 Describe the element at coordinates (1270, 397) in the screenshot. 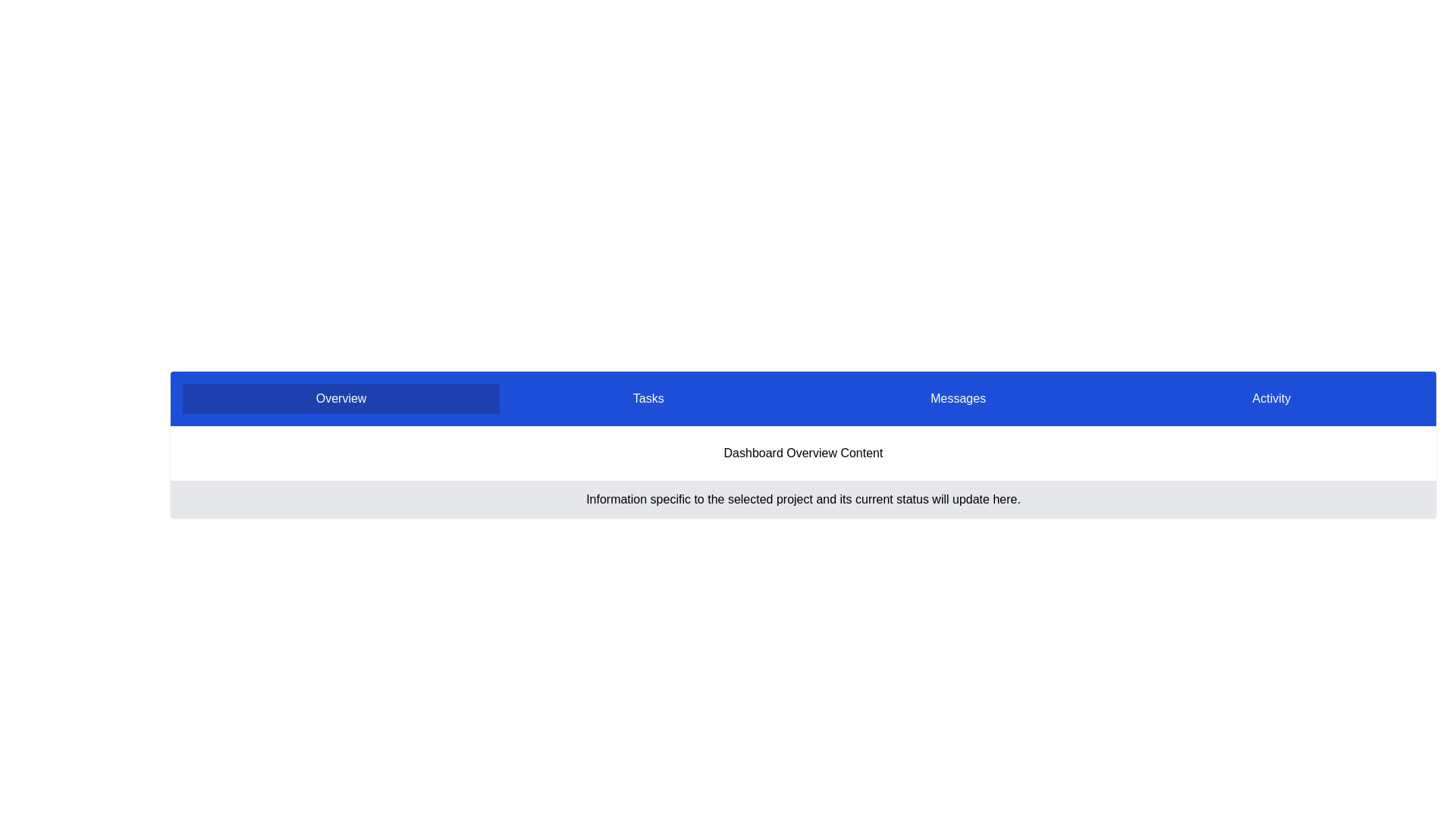

I see `the tab labeled 'Activity'` at that location.